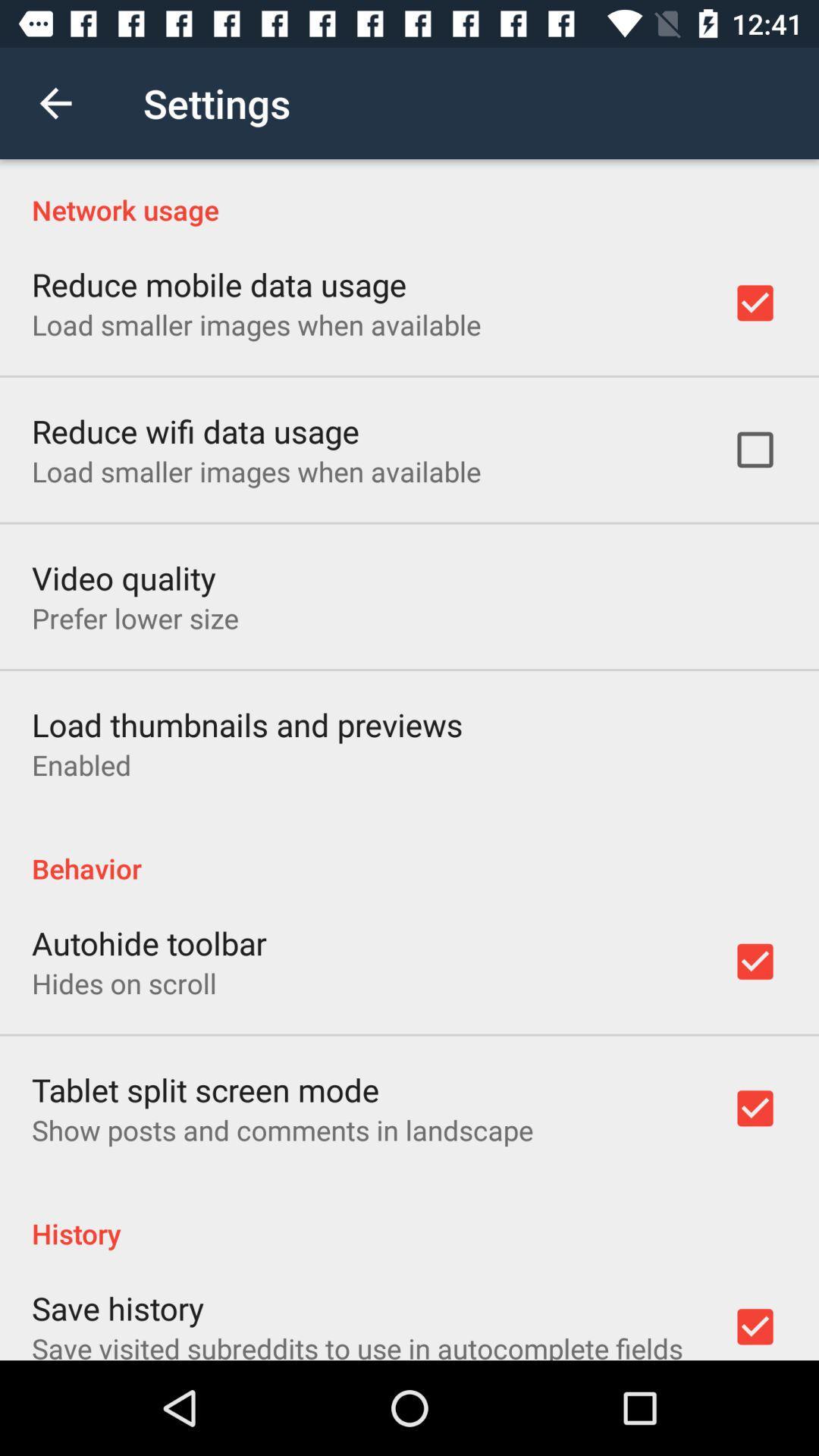  What do you see at coordinates (117, 1307) in the screenshot?
I see `save history icon` at bounding box center [117, 1307].